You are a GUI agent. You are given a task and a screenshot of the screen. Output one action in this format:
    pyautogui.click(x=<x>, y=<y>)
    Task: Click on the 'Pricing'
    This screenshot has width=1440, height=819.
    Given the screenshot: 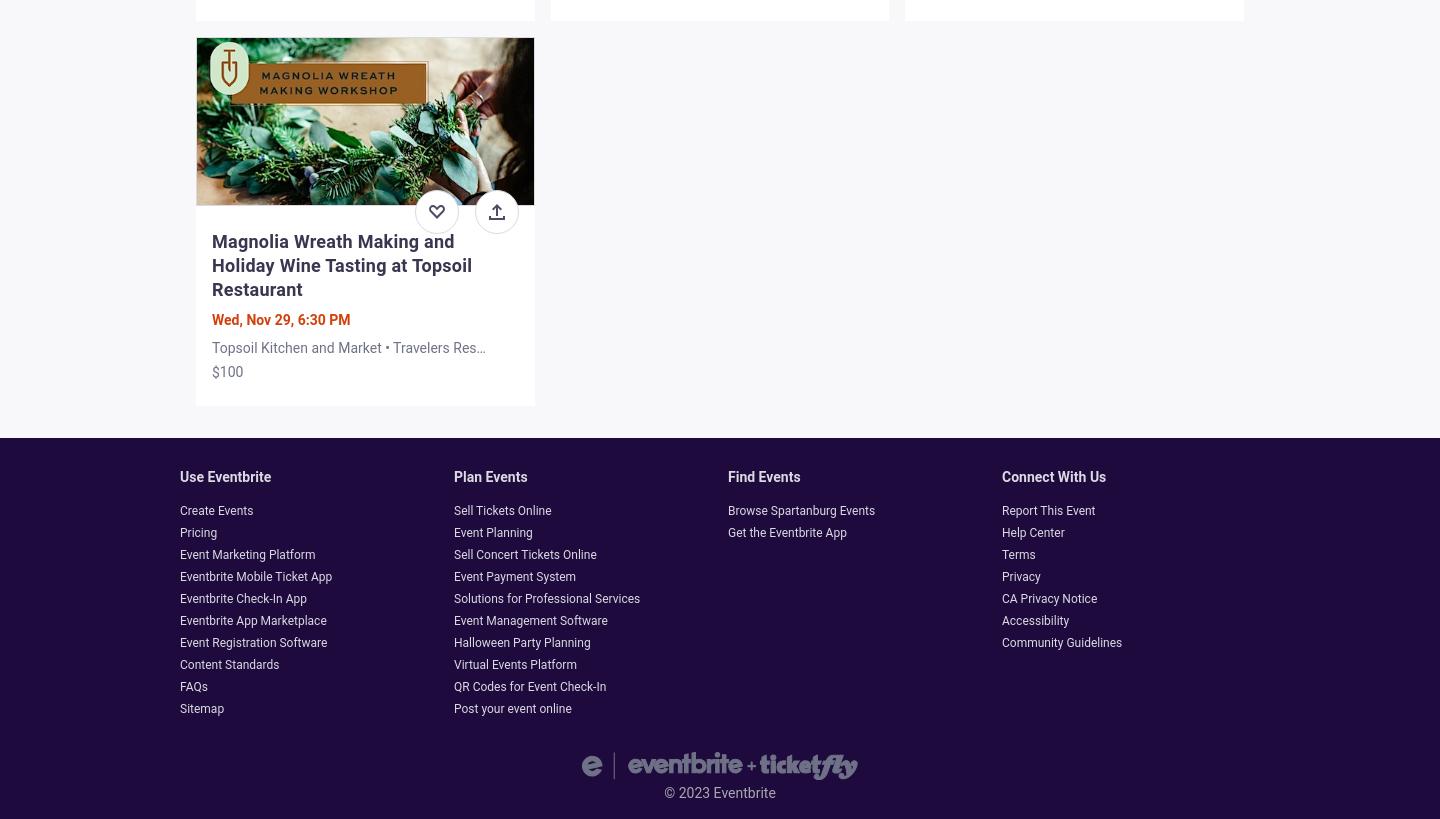 What is the action you would take?
    pyautogui.click(x=198, y=533)
    